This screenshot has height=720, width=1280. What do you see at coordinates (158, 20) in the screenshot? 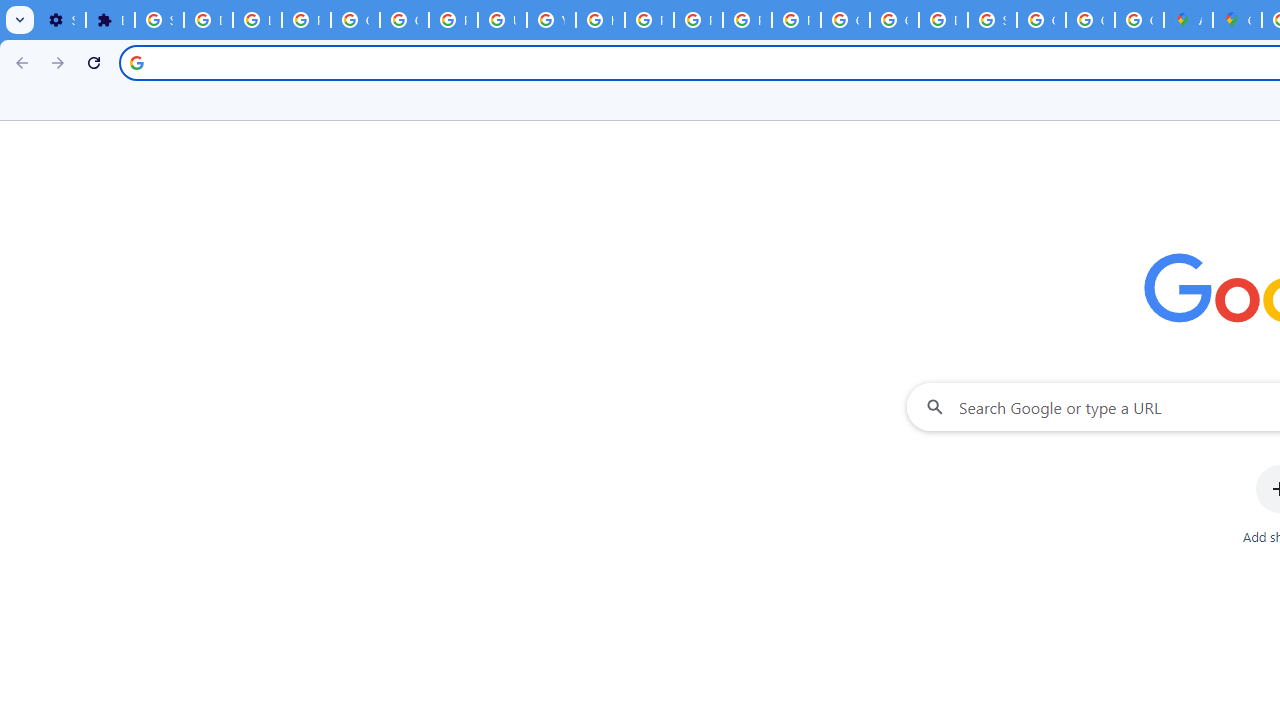
I see `'Sign in - Google Accounts'` at bounding box center [158, 20].